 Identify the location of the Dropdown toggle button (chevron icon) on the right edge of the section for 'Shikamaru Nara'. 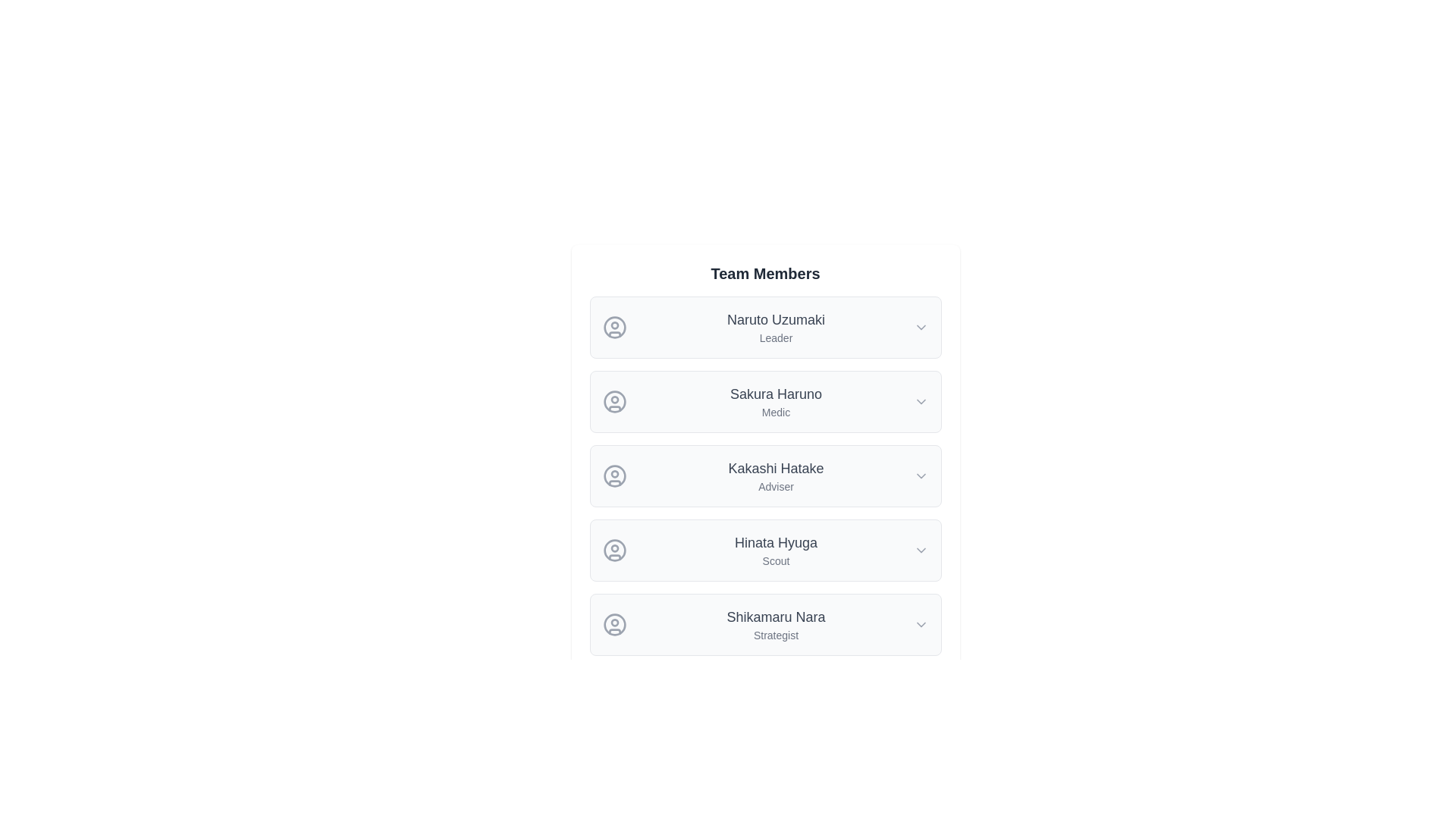
(920, 625).